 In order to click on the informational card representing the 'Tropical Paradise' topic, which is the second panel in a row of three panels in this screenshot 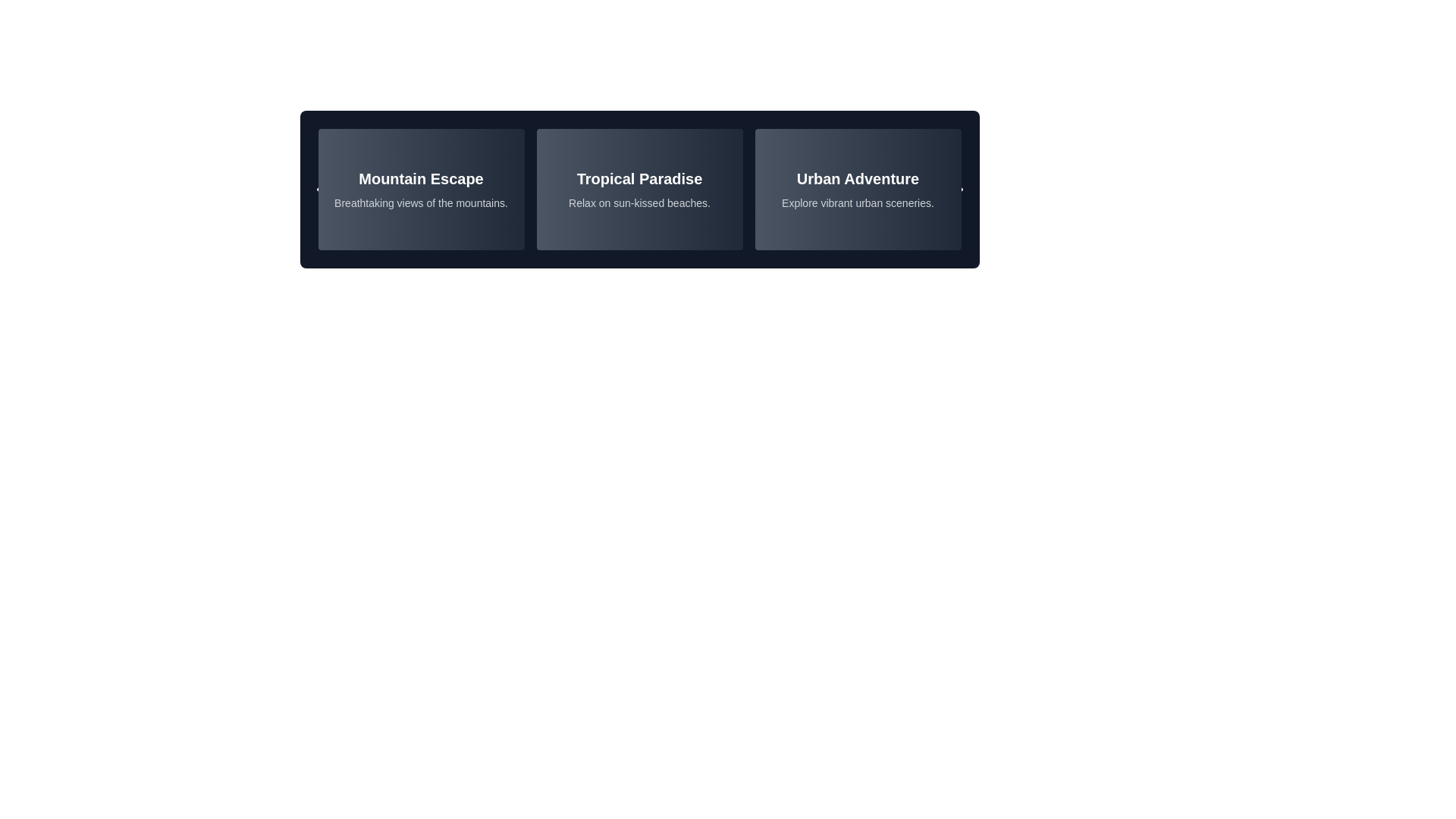, I will do `click(639, 189)`.